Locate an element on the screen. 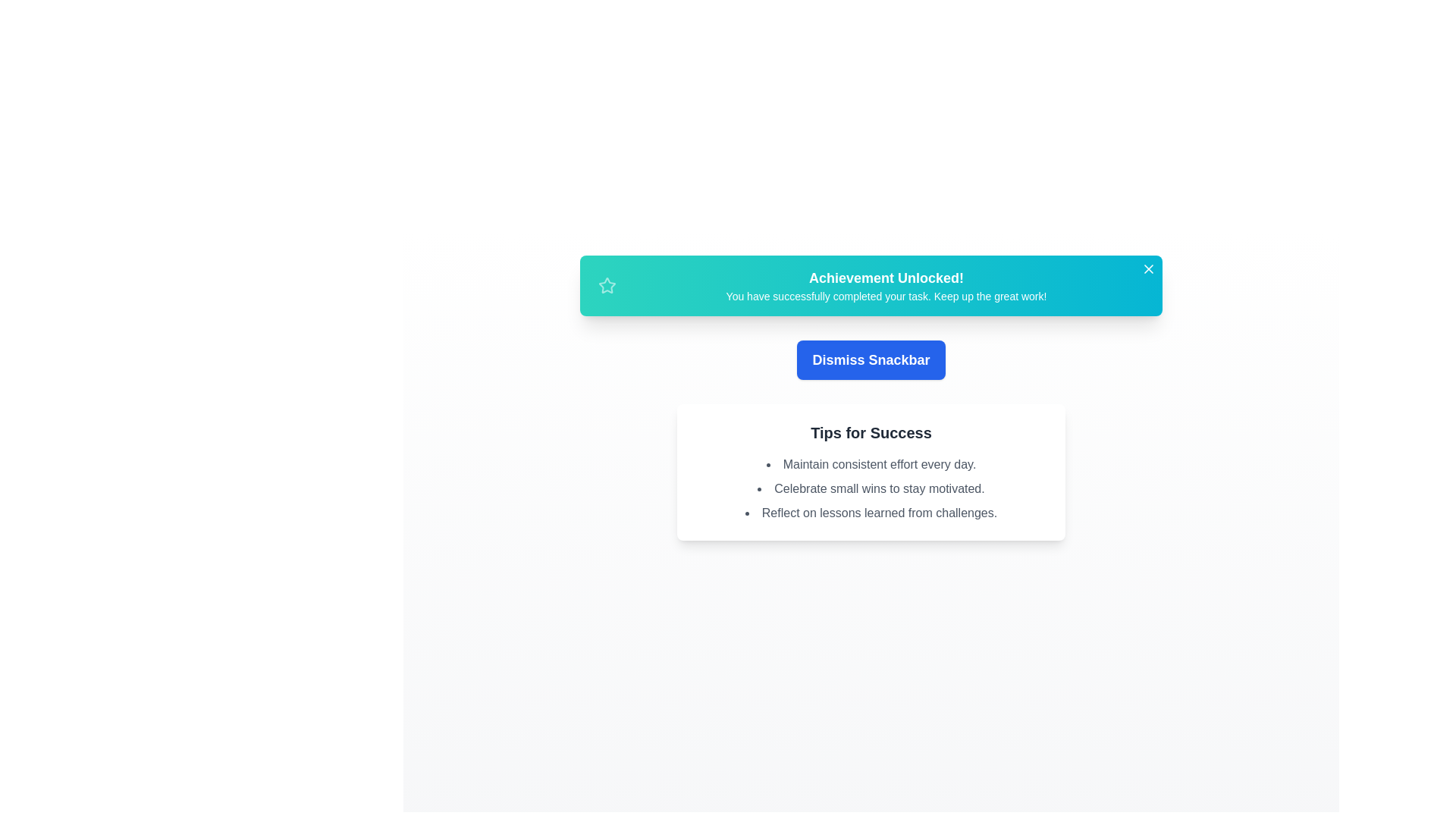  the screen background to interact with the container is located at coordinates (303, 303).